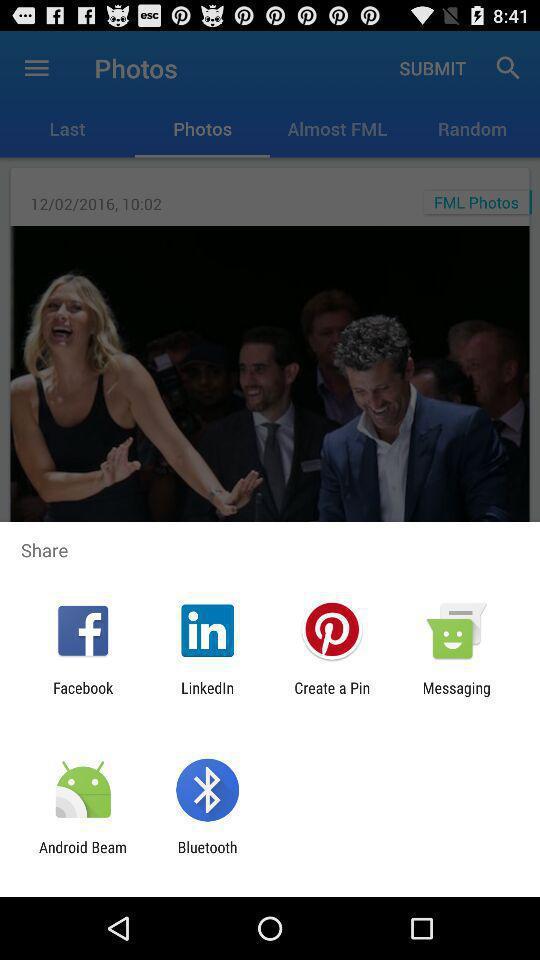 Image resolution: width=540 pixels, height=960 pixels. Describe the element at coordinates (82, 696) in the screenshot. I see `the facebook` at that location.